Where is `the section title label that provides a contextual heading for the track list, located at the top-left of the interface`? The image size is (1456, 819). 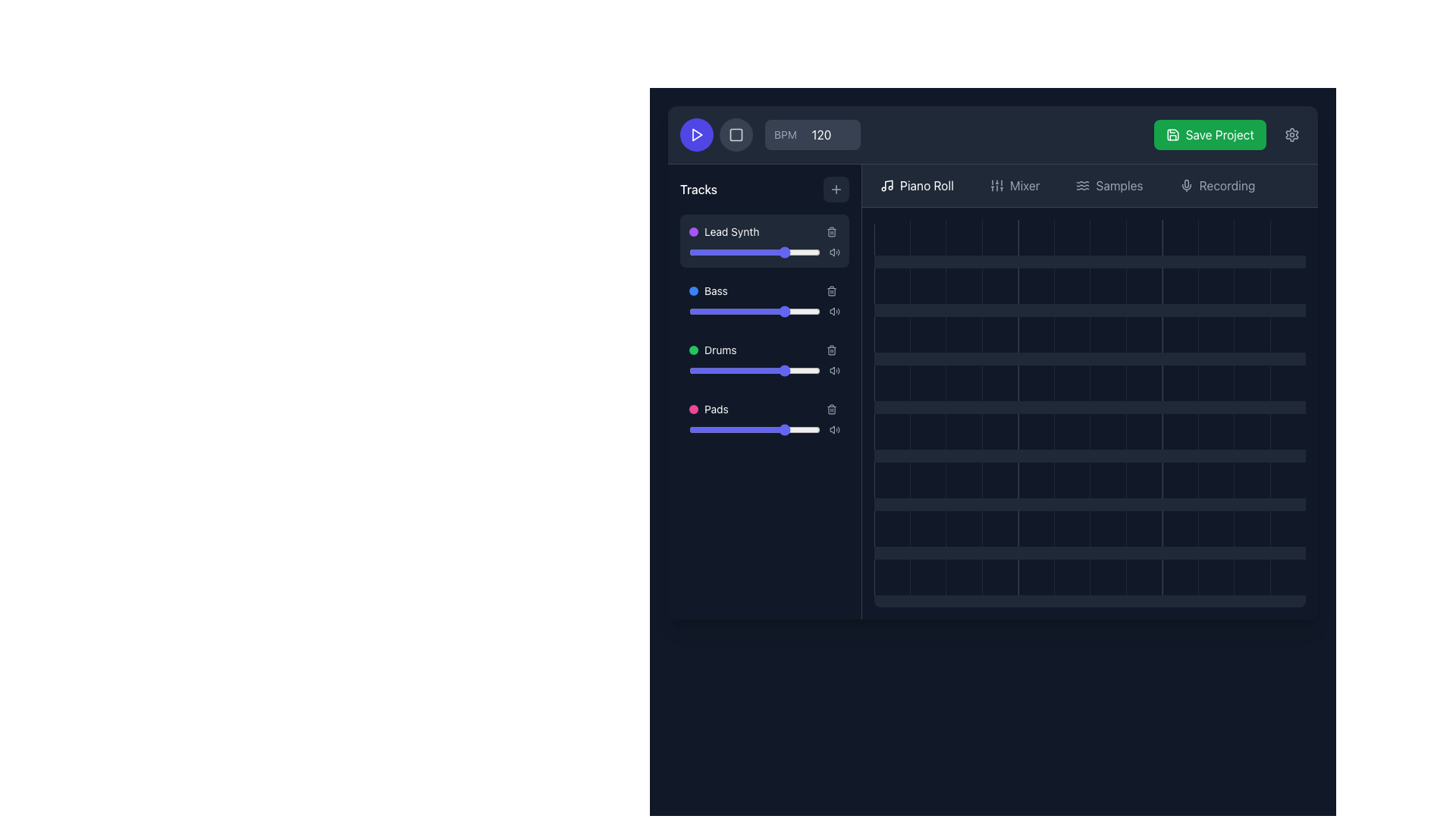 the section title label that provides a contextual heading for the track list, located at the top-left of the interface is located at coordinates (698, 189).